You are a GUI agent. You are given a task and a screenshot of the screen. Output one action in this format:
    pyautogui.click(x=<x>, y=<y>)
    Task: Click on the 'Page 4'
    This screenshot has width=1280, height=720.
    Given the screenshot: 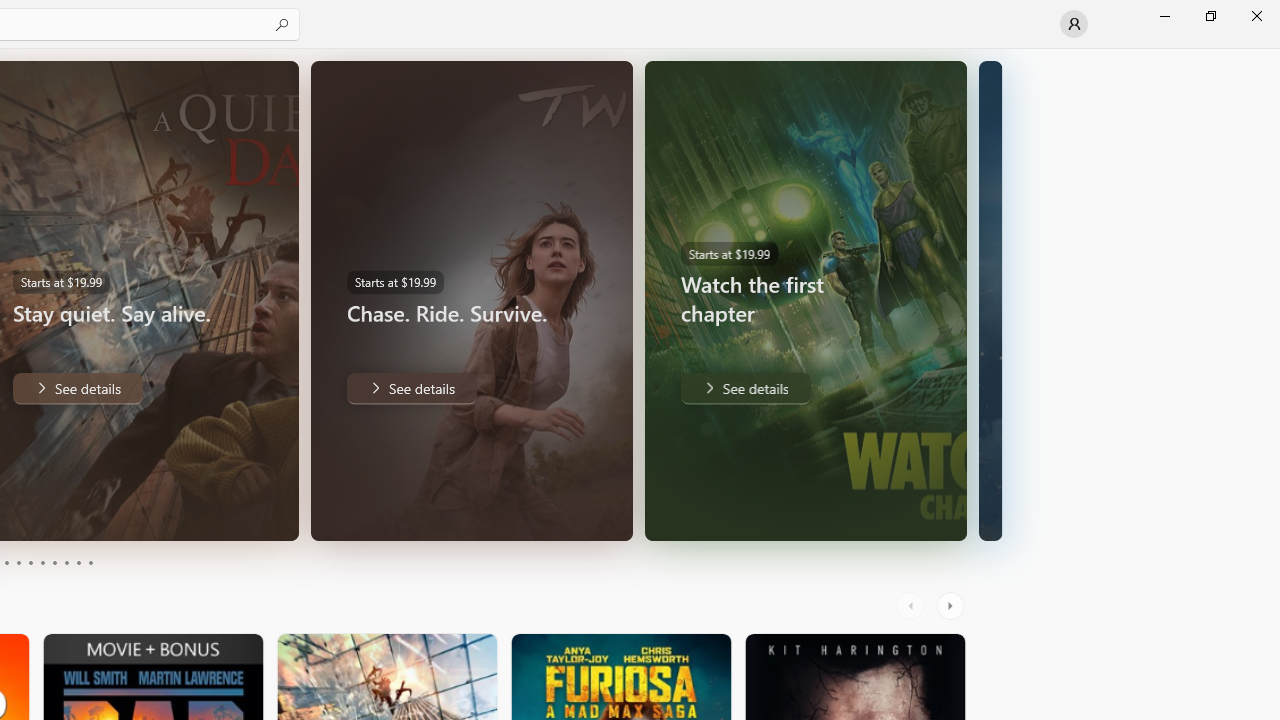 What is the action you would take?
    pyautogui.click(x=17, y=563)
    